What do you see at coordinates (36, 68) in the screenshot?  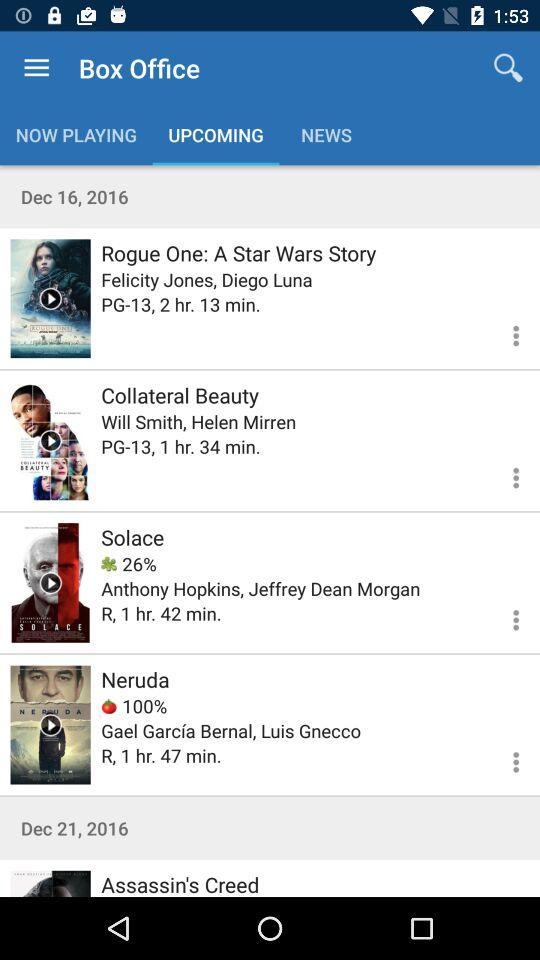 I see `app to the left of the box office` at bounding box center [36, 68].